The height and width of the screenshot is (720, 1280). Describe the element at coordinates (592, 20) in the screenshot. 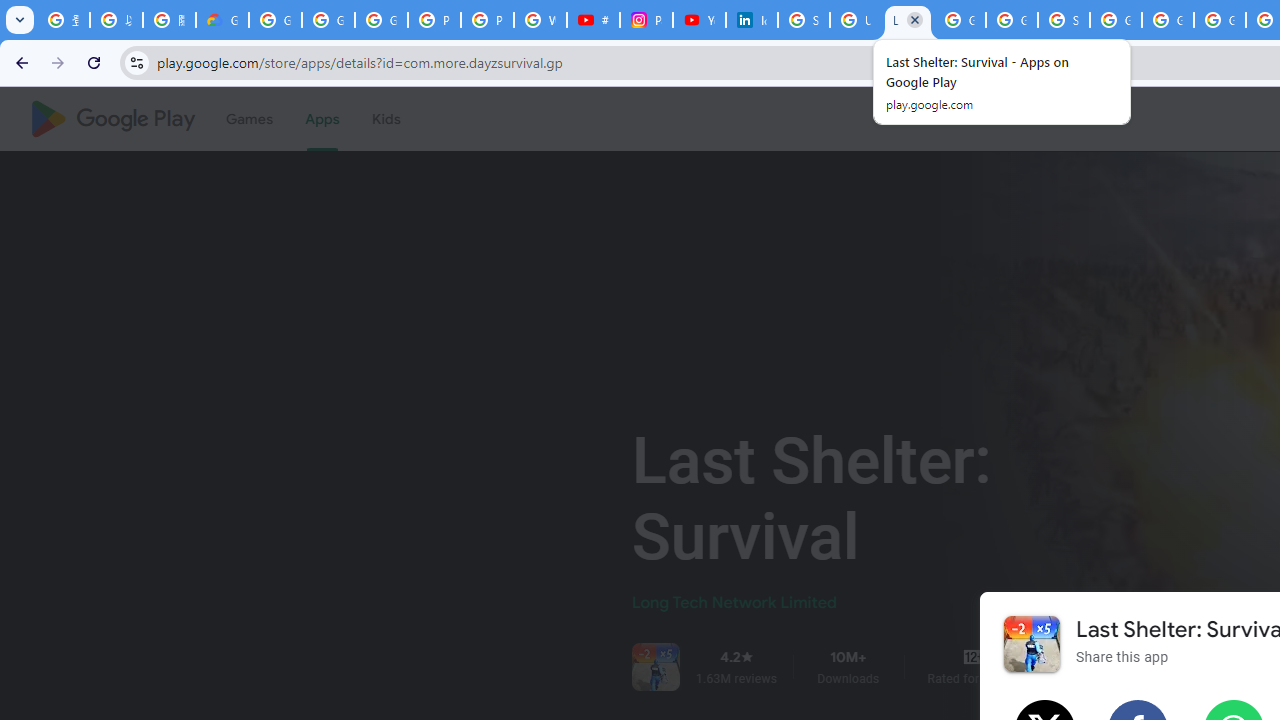

I see `'#nbabasketballhighlights - YouTube'` at that location.